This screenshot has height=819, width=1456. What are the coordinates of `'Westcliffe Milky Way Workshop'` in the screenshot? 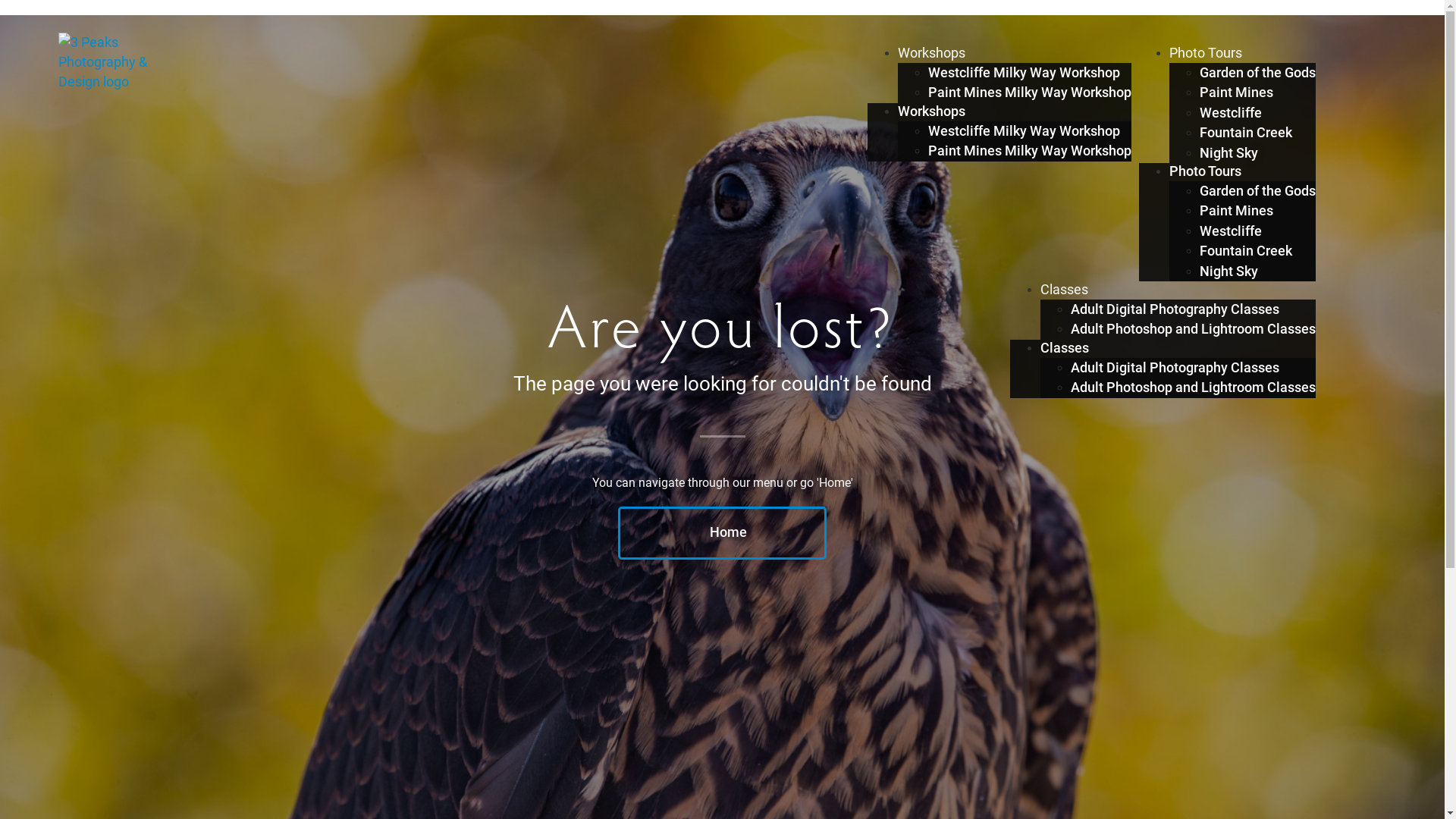 It's located at (1024, 130).